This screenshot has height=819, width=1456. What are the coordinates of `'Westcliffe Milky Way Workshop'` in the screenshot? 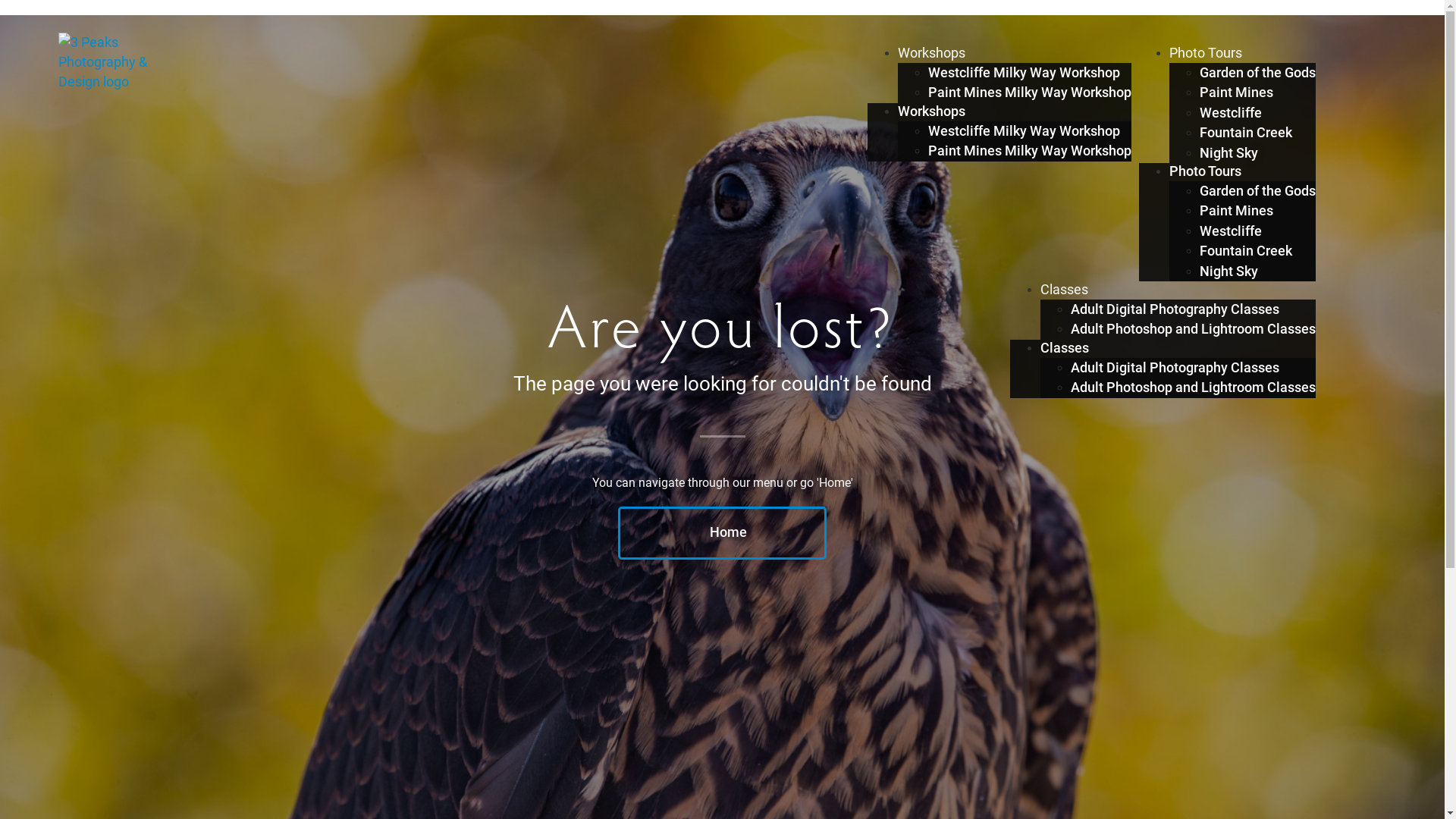 It's located at (1024, 130).